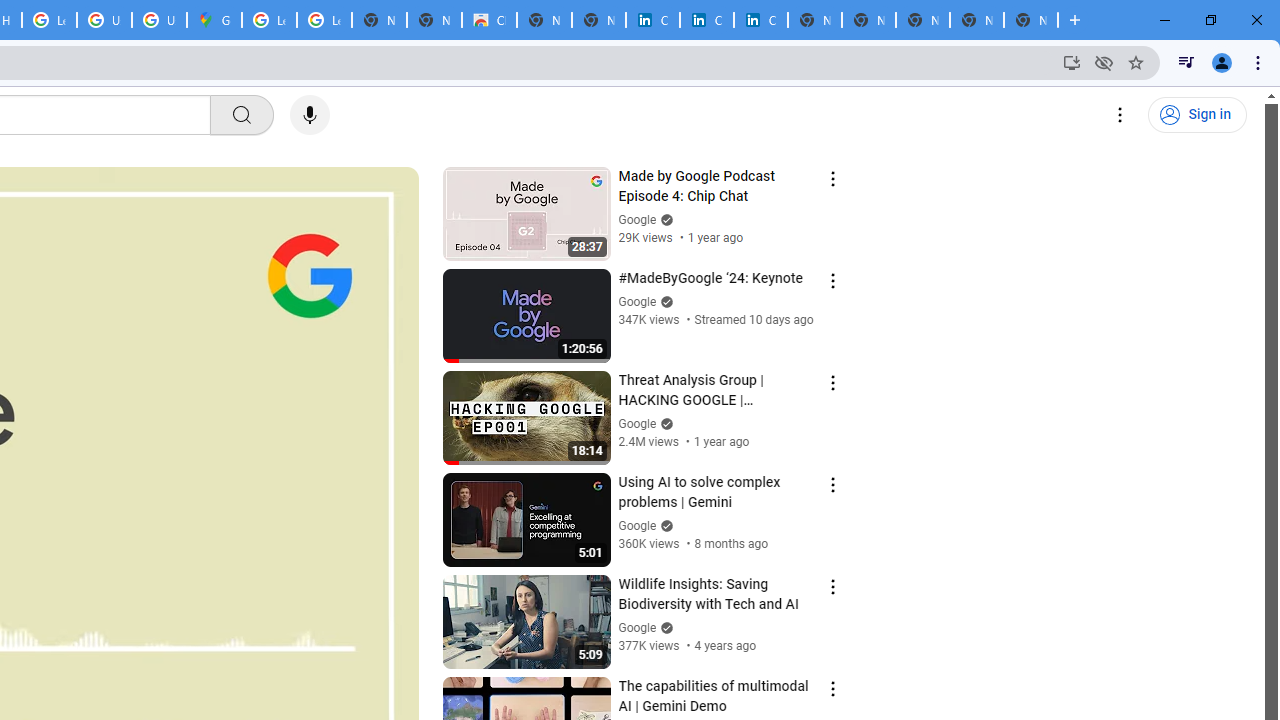  Describe the element at coordinates (832, 688) in the screenshot. I see `'Action menu'` at that location.